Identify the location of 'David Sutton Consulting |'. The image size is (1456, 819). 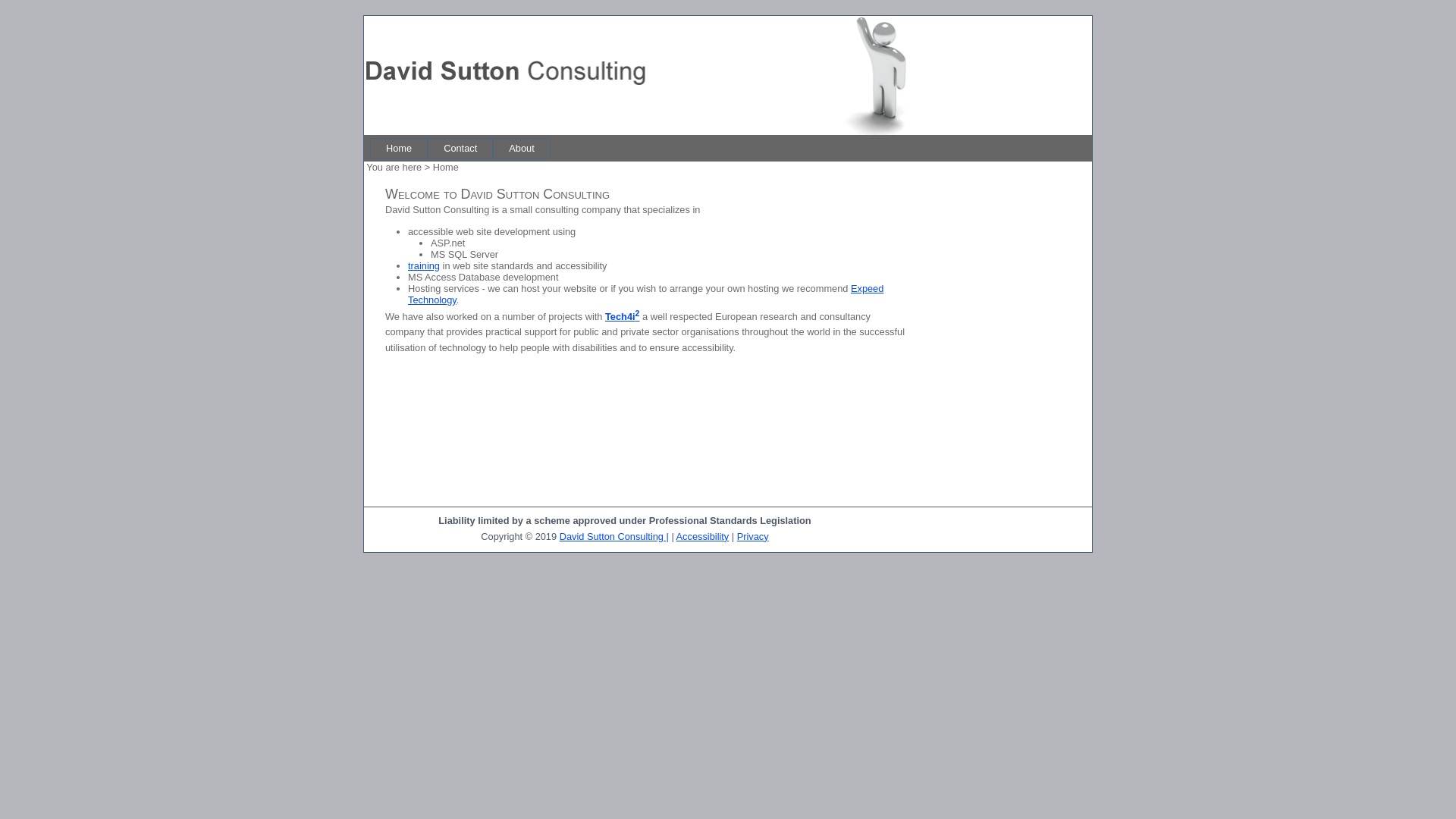
(614, 535).